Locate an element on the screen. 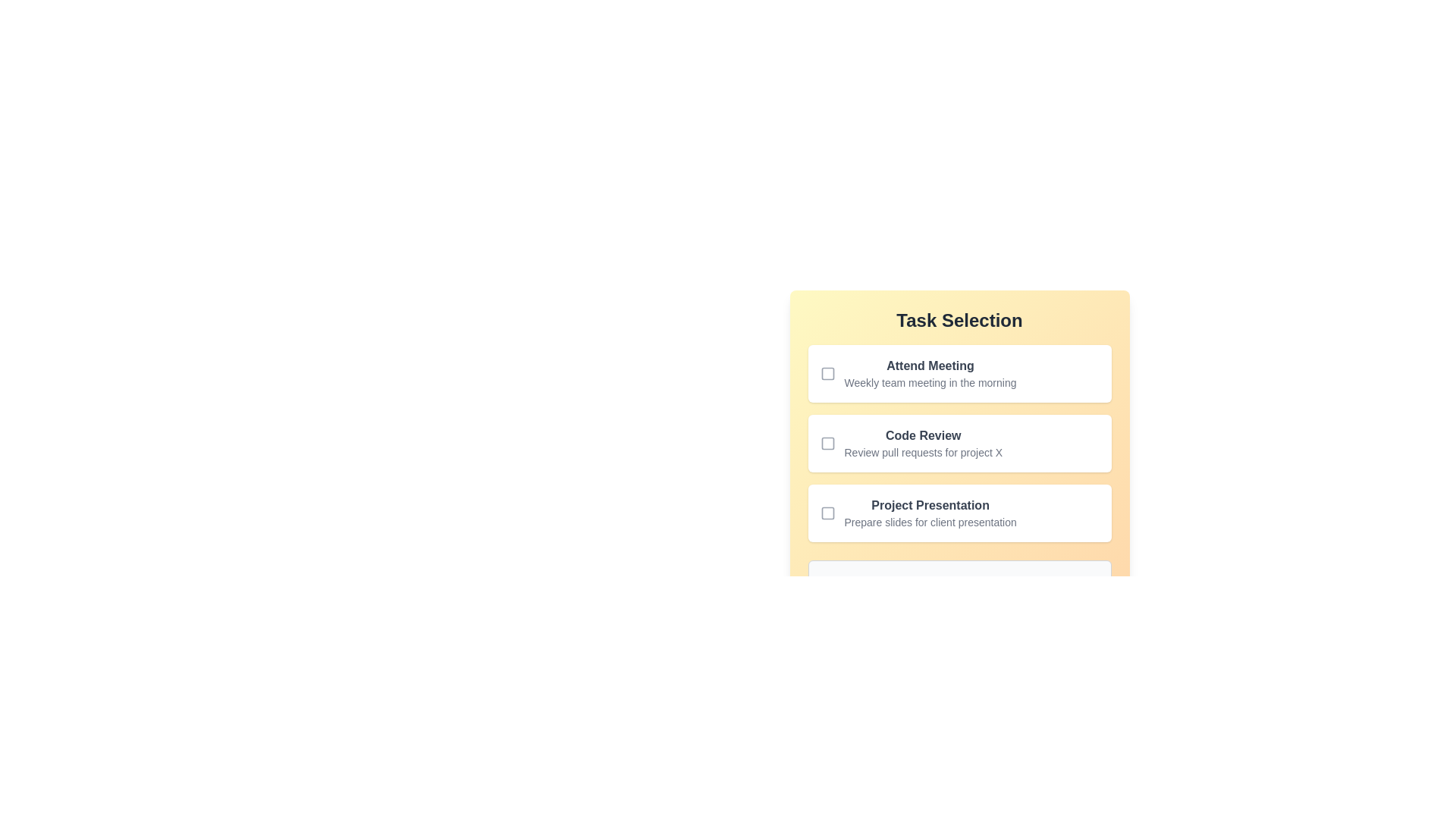 The image size is (1456, 819). the static text label indicating the task option 'Code Review', which is located in the second item of a vertical list within the 'Task Selection' section is located at coordinates (922, 435).